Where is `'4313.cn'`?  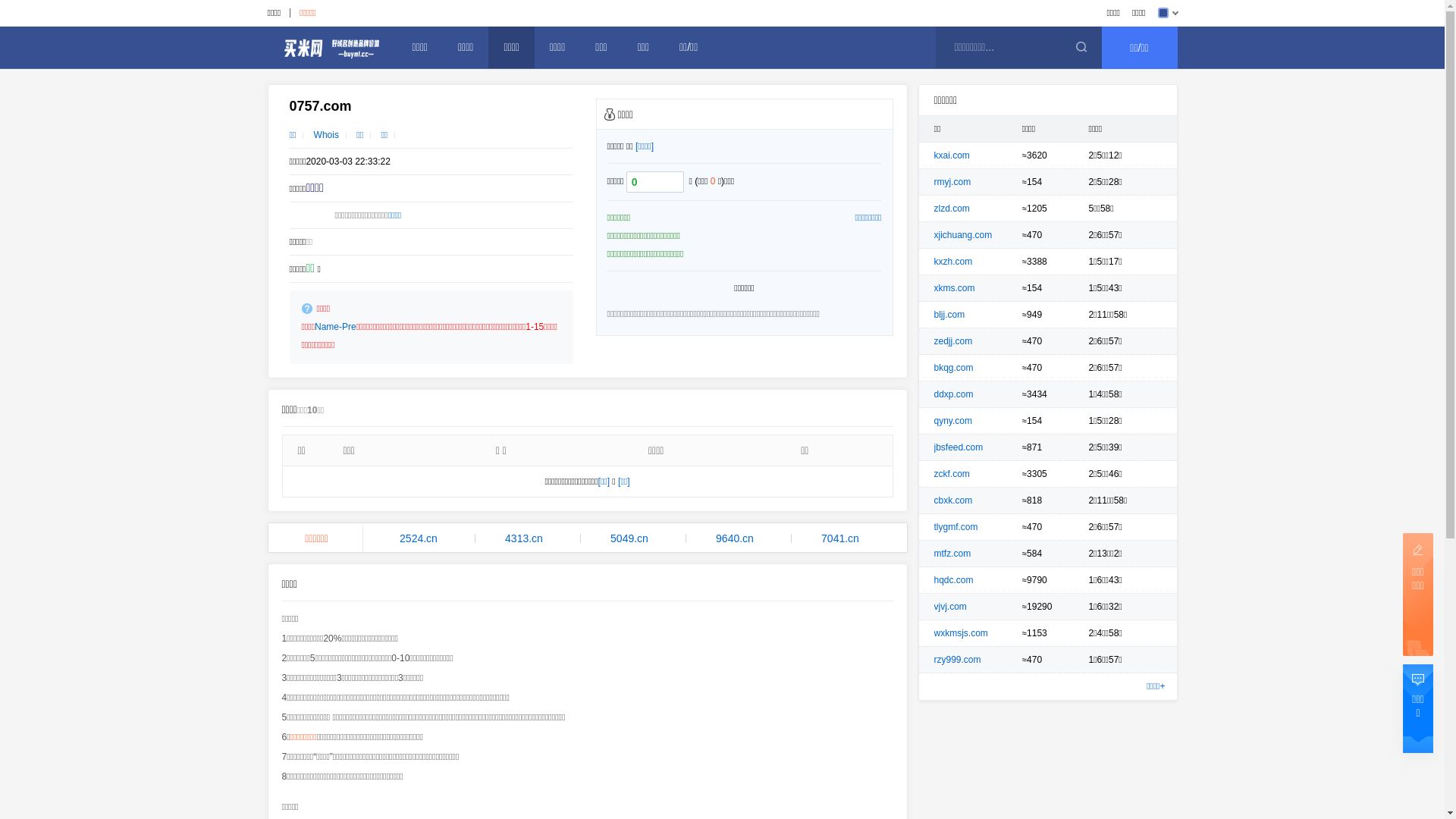
'4313.cn' is located at coordinates (524, 537).